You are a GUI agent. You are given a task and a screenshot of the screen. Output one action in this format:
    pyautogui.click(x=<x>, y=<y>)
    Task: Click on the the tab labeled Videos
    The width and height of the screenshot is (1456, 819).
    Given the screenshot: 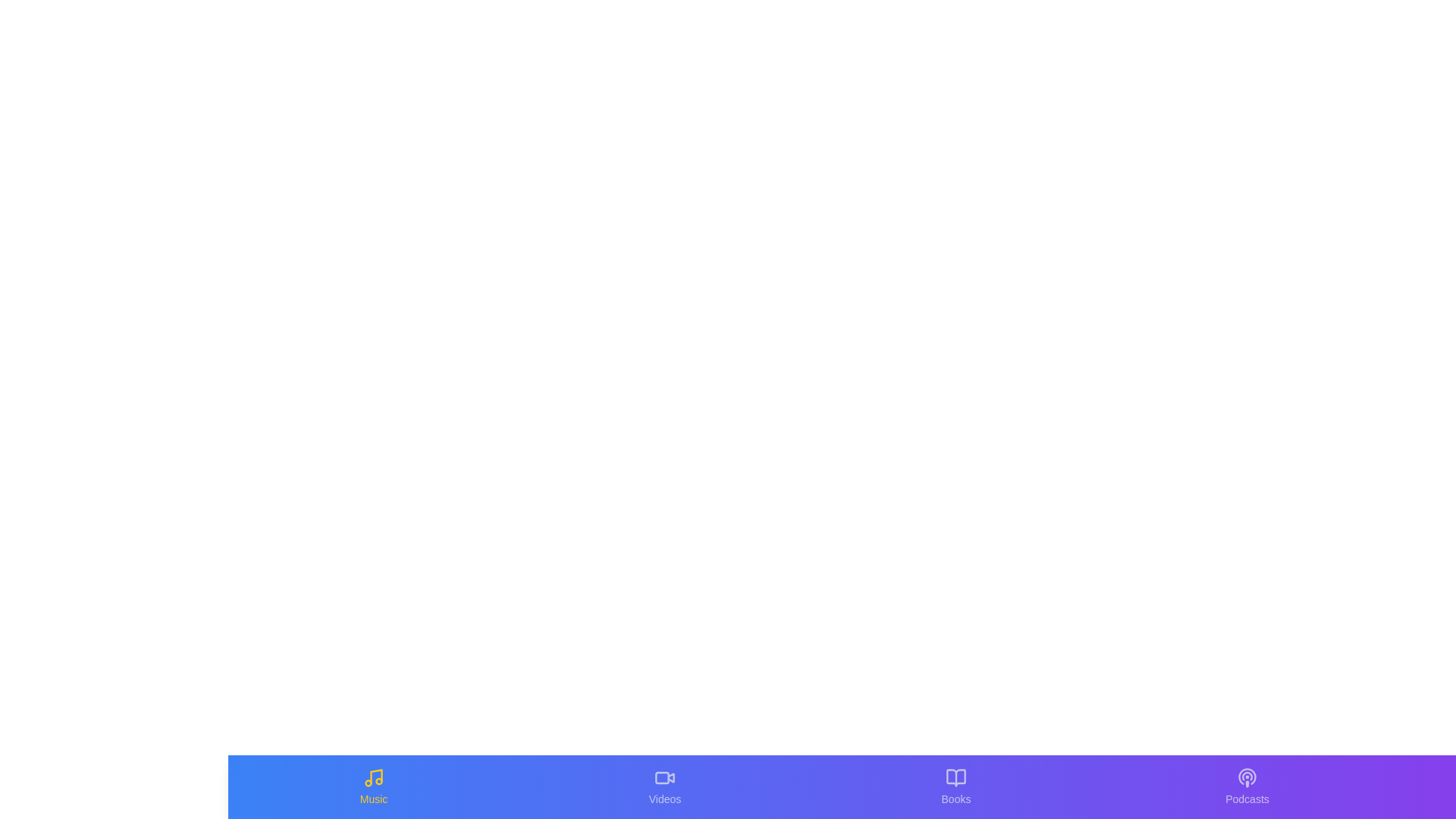 What is the action you would take?
    pyautogui.click(x=665, y=786)
    